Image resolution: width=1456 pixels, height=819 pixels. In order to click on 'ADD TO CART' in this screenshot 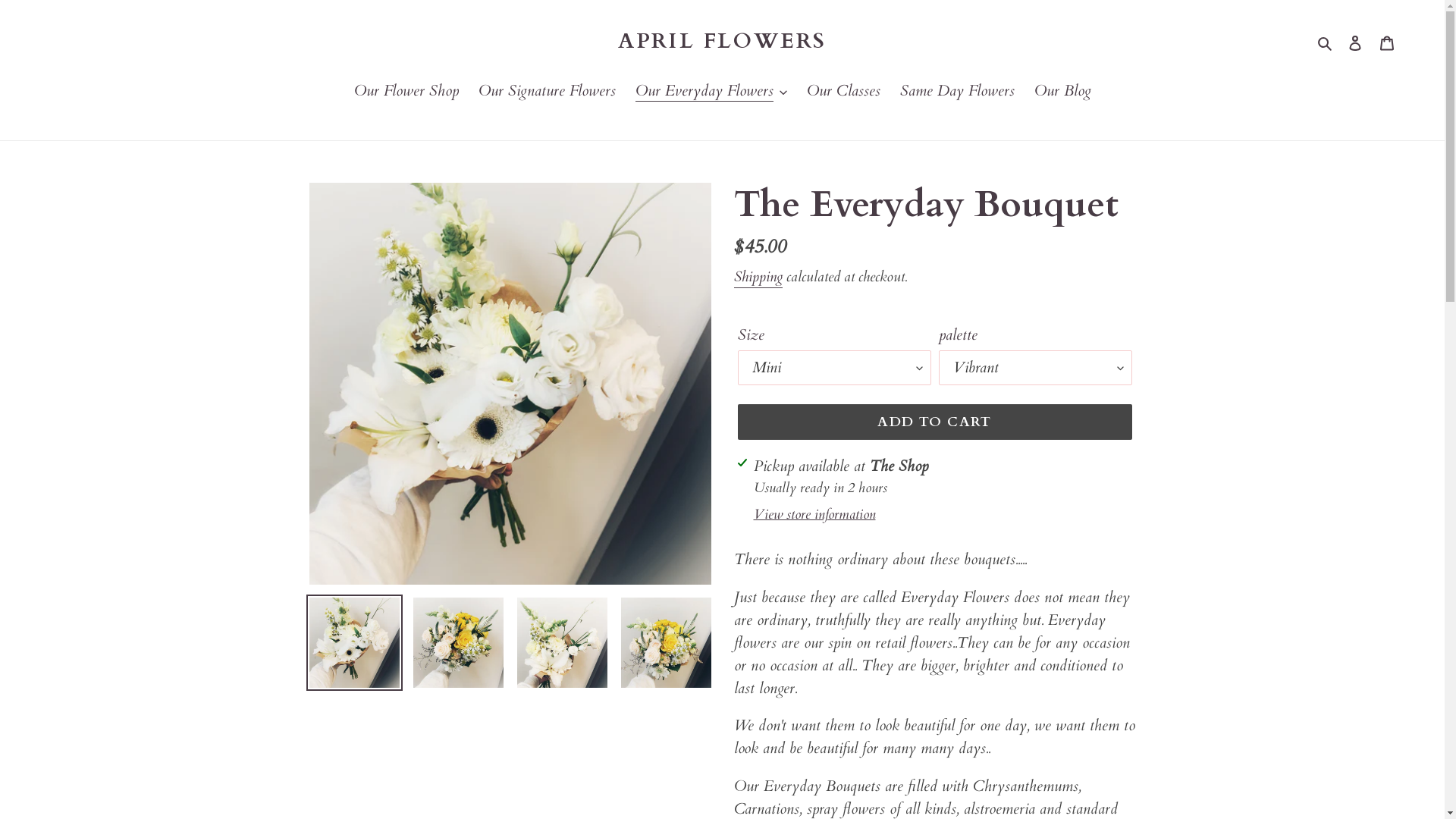, I will do `click(934, 422)`.